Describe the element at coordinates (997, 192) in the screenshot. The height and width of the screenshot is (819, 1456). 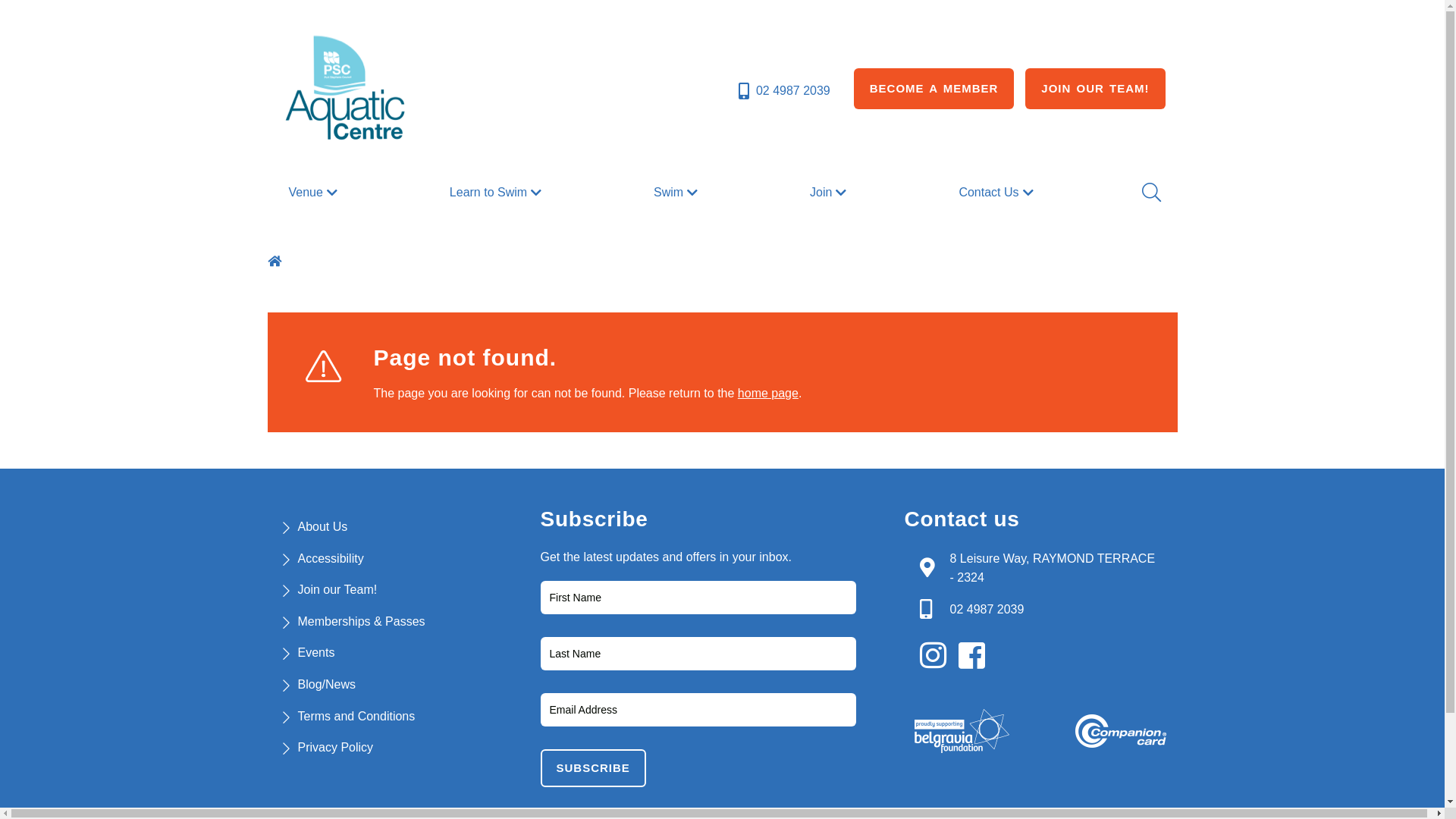
I see `'Contact Us'` at that location.